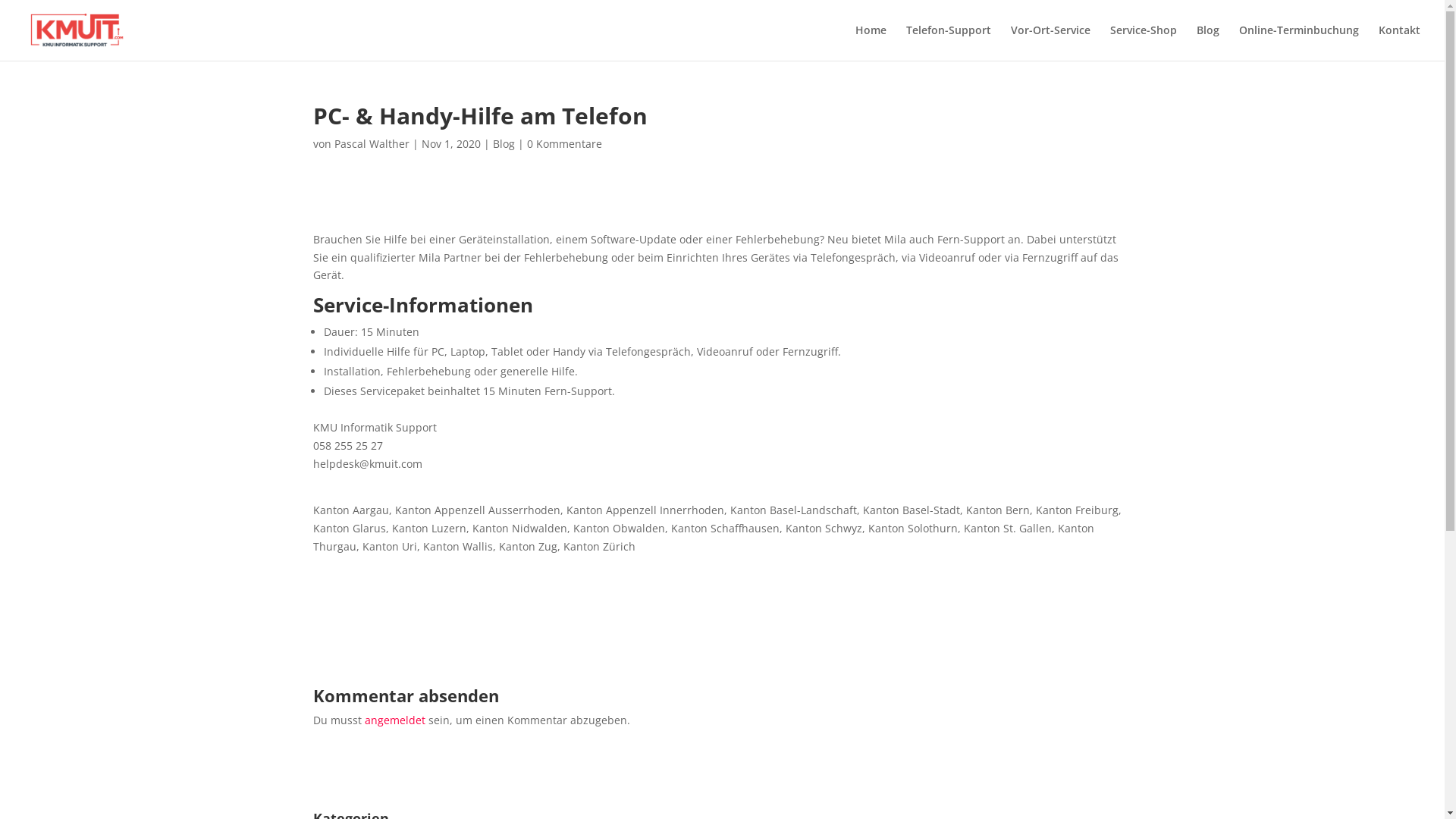  I want to click on 'Blog', so click(504, 143).